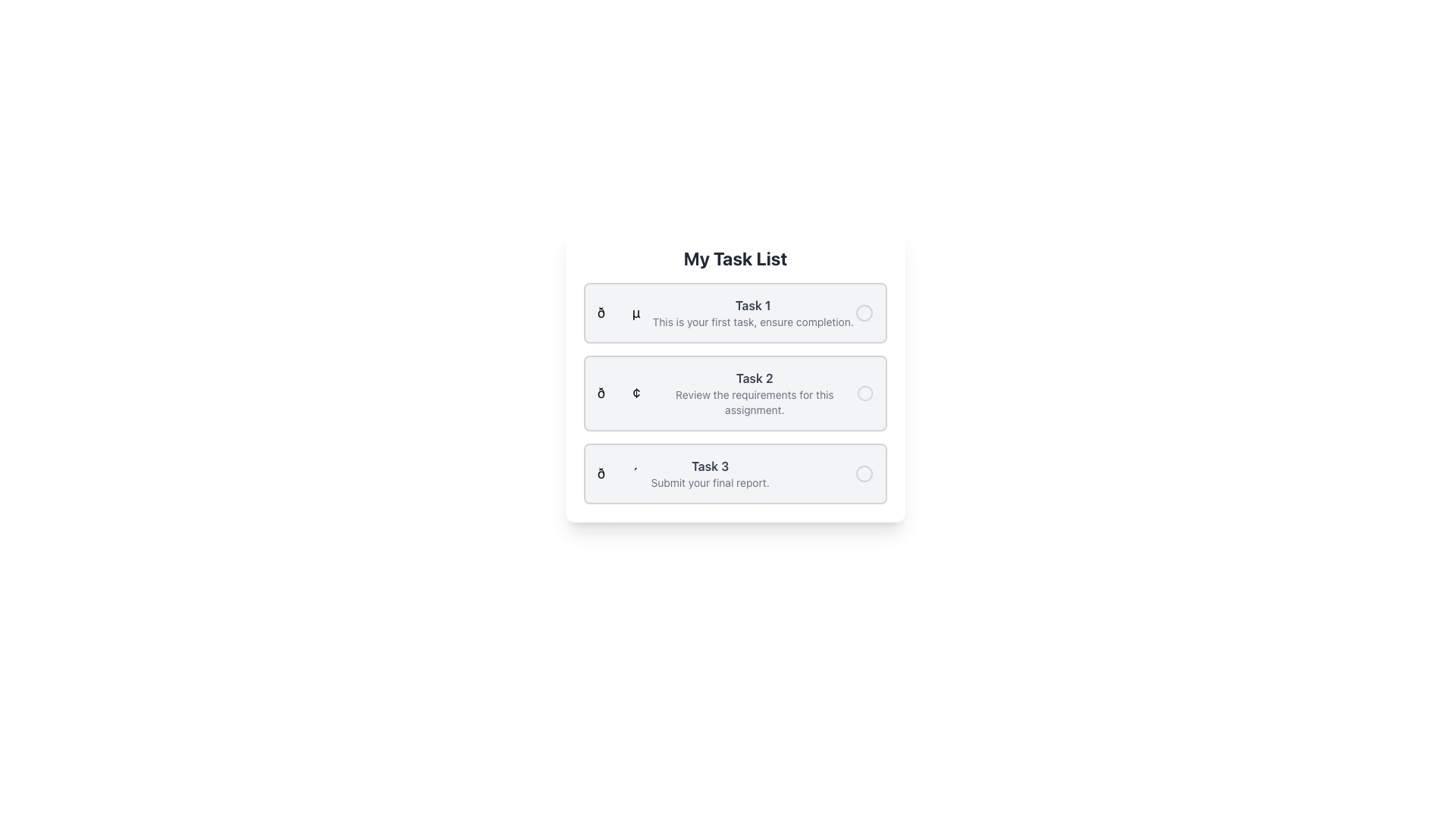 The image size is (1456, 819). What do you see at coordinates (735, 472) in the screenshot?
I see `the list item labeled 'Task 3' to focus on the task details` at bounding box center [735, 472].